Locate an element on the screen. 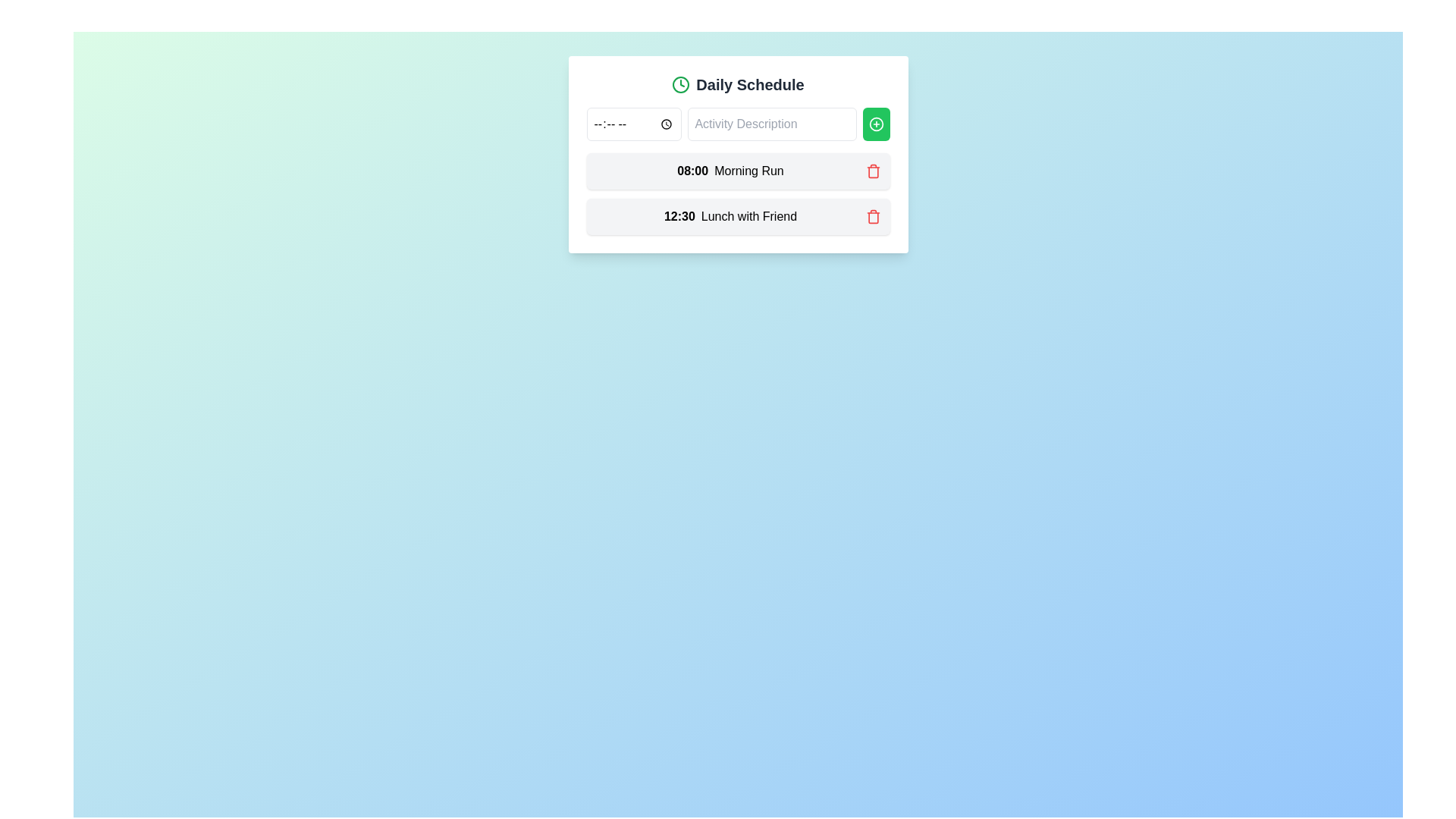  the text input field for 'Activity Description' to focus on it is located at coordinates (772, 124).